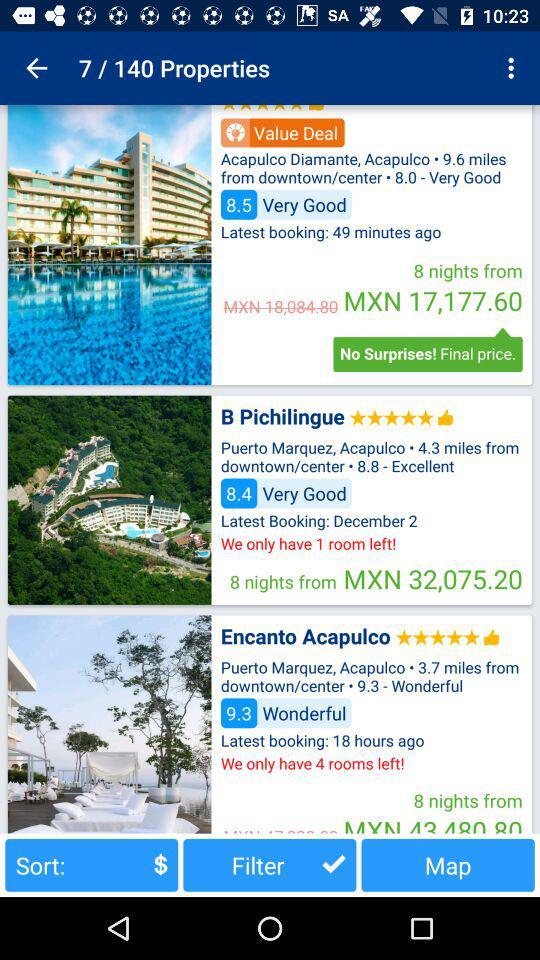 This screenshot has width=540, height=960. I want to click on app to the left of the 7 / 140 properties icon, so click(36, 68).